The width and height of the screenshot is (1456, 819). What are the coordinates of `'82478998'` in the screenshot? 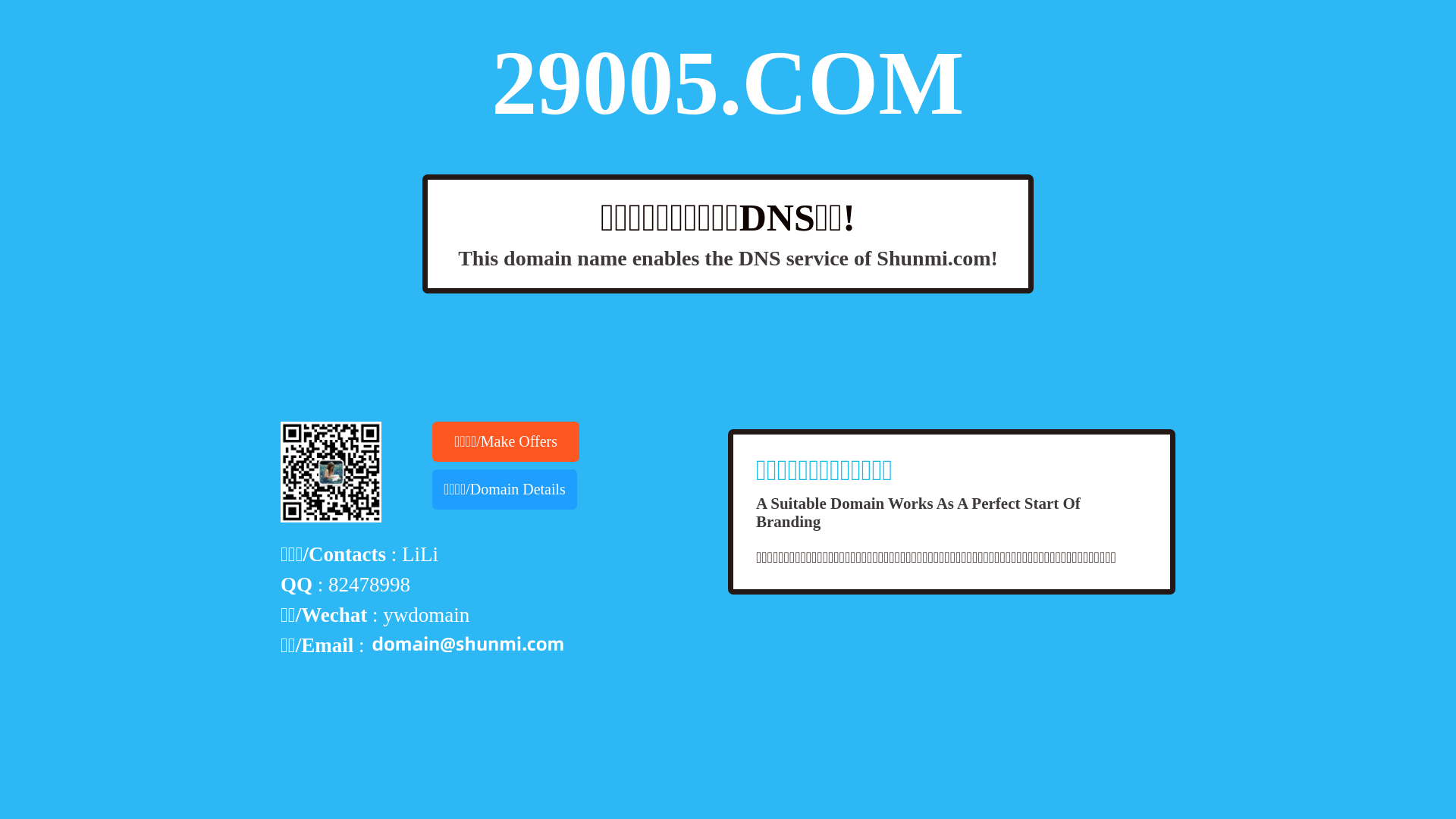 It's located at (369, 584).